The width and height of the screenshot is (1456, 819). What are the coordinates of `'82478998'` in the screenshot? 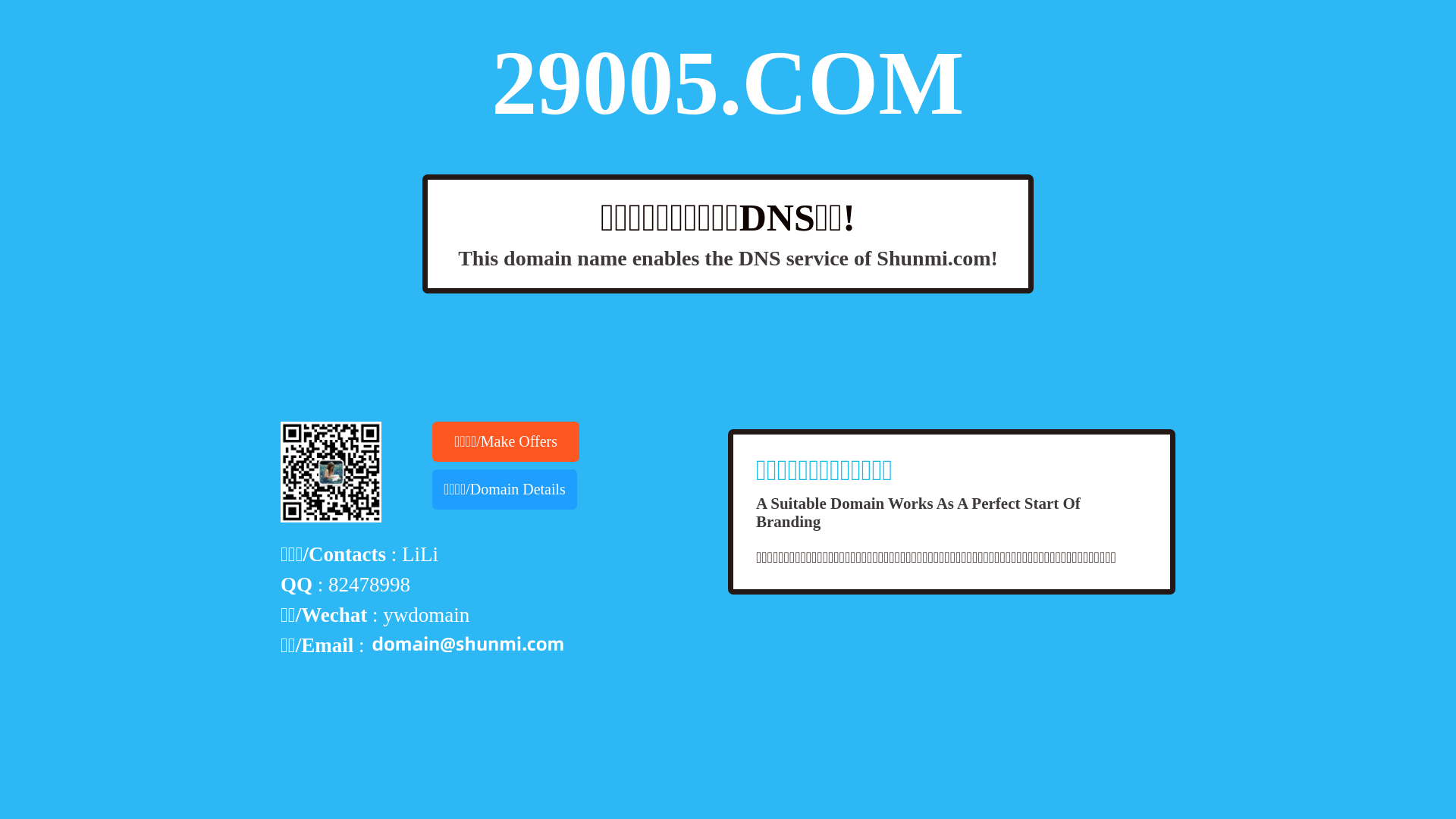 It's located at (369, 584).